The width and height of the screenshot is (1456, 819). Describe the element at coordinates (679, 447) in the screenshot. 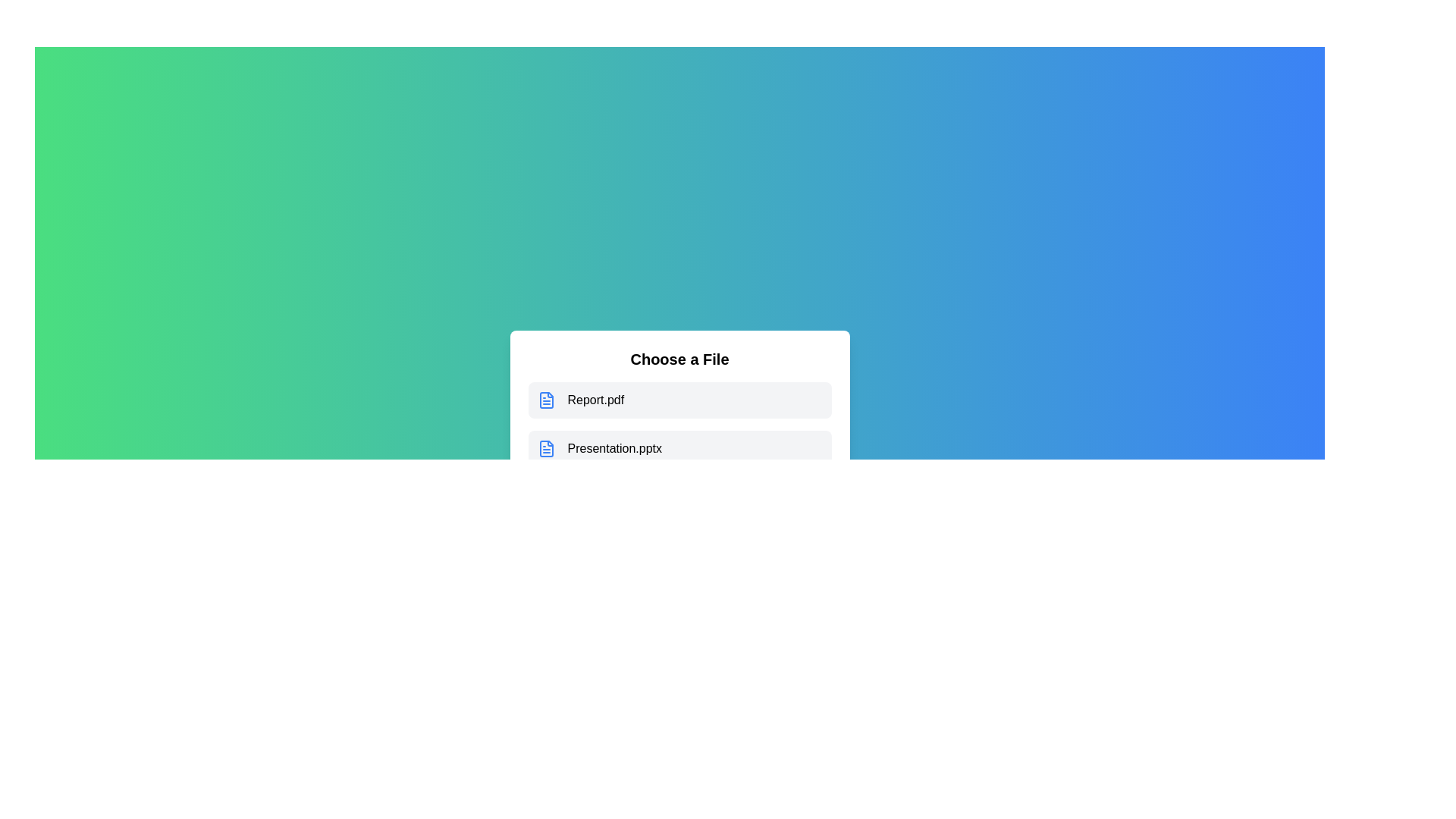

I see `the file Presentation.pptx from the list` at that location.